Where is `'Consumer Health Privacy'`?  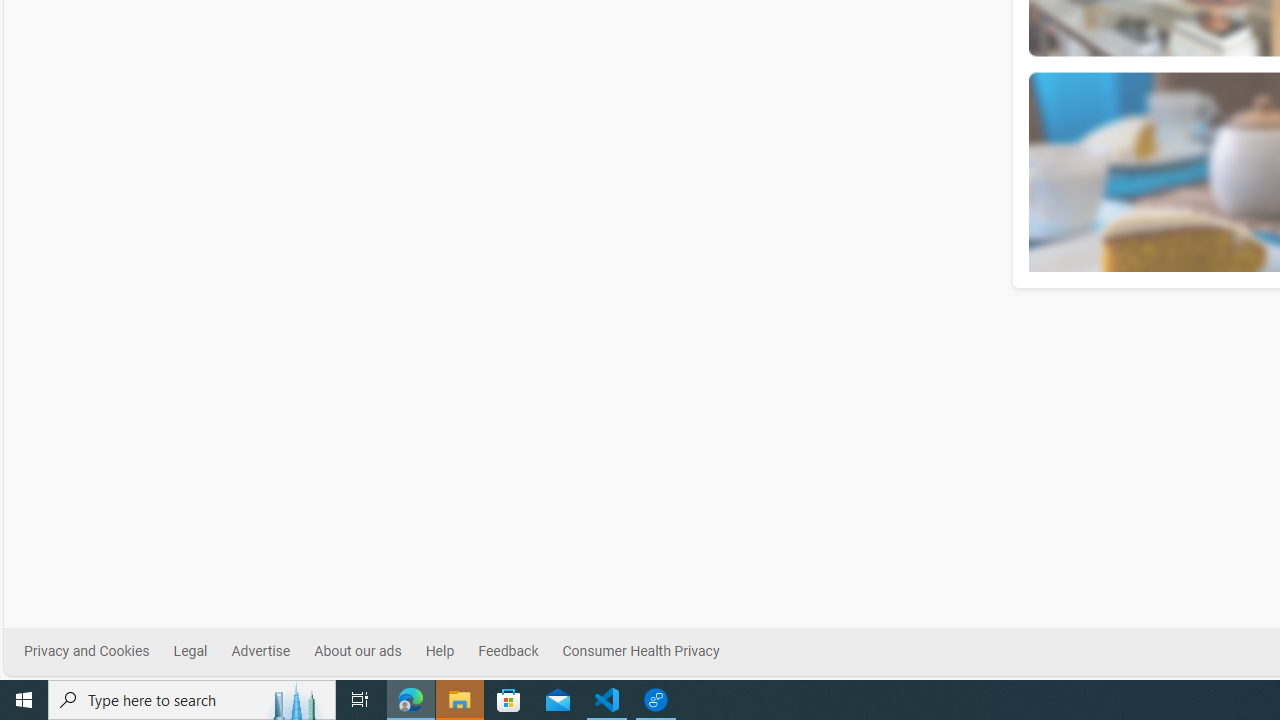 'Consumer Health Privacy' is located at coordinates (640, 651).